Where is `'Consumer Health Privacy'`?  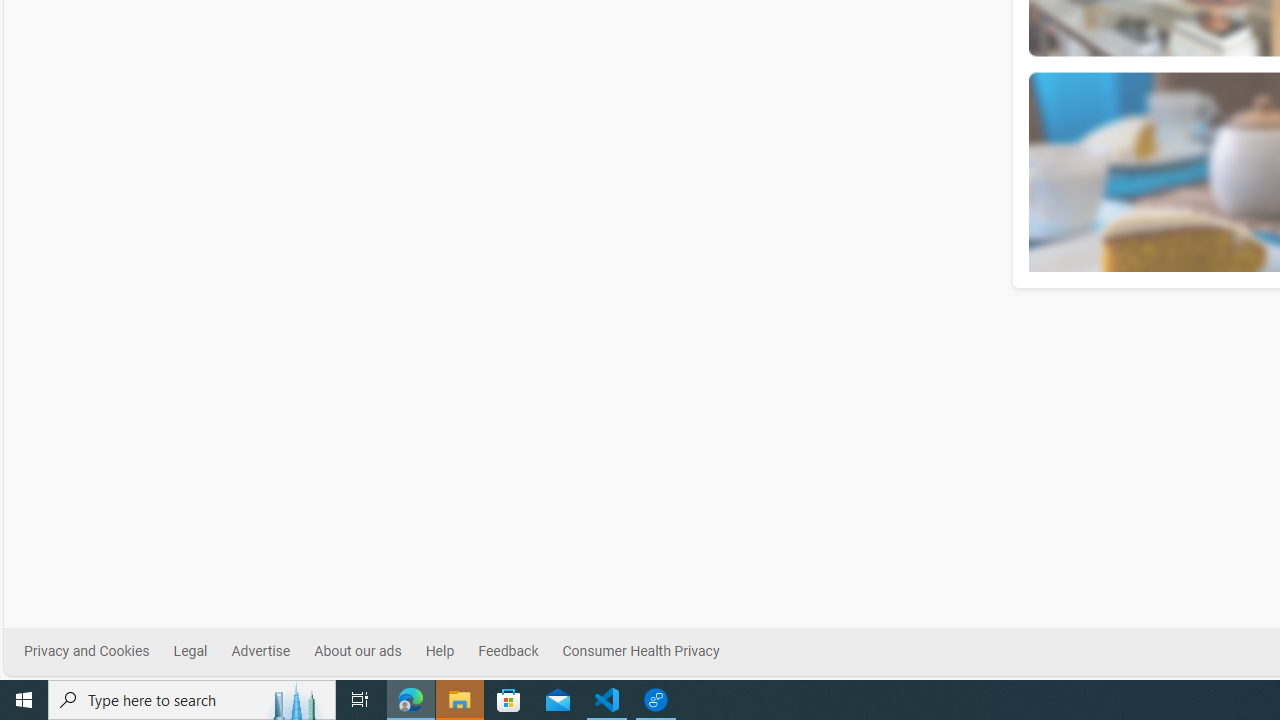 'Consumer Health Privacy' is located at coordinates (640, 651).